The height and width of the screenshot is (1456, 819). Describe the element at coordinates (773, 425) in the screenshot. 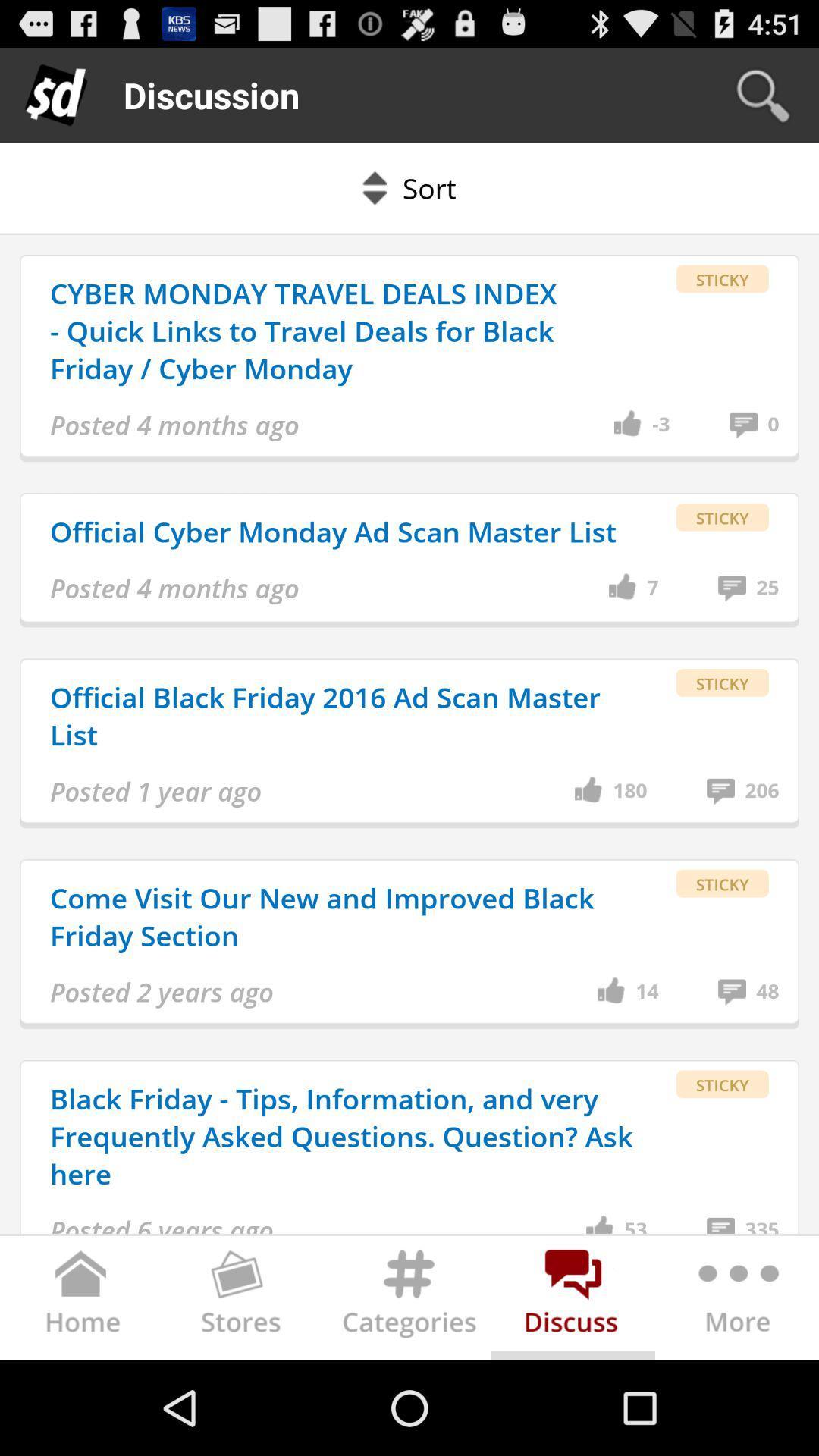

I see `the item below the sticky item` at that location.